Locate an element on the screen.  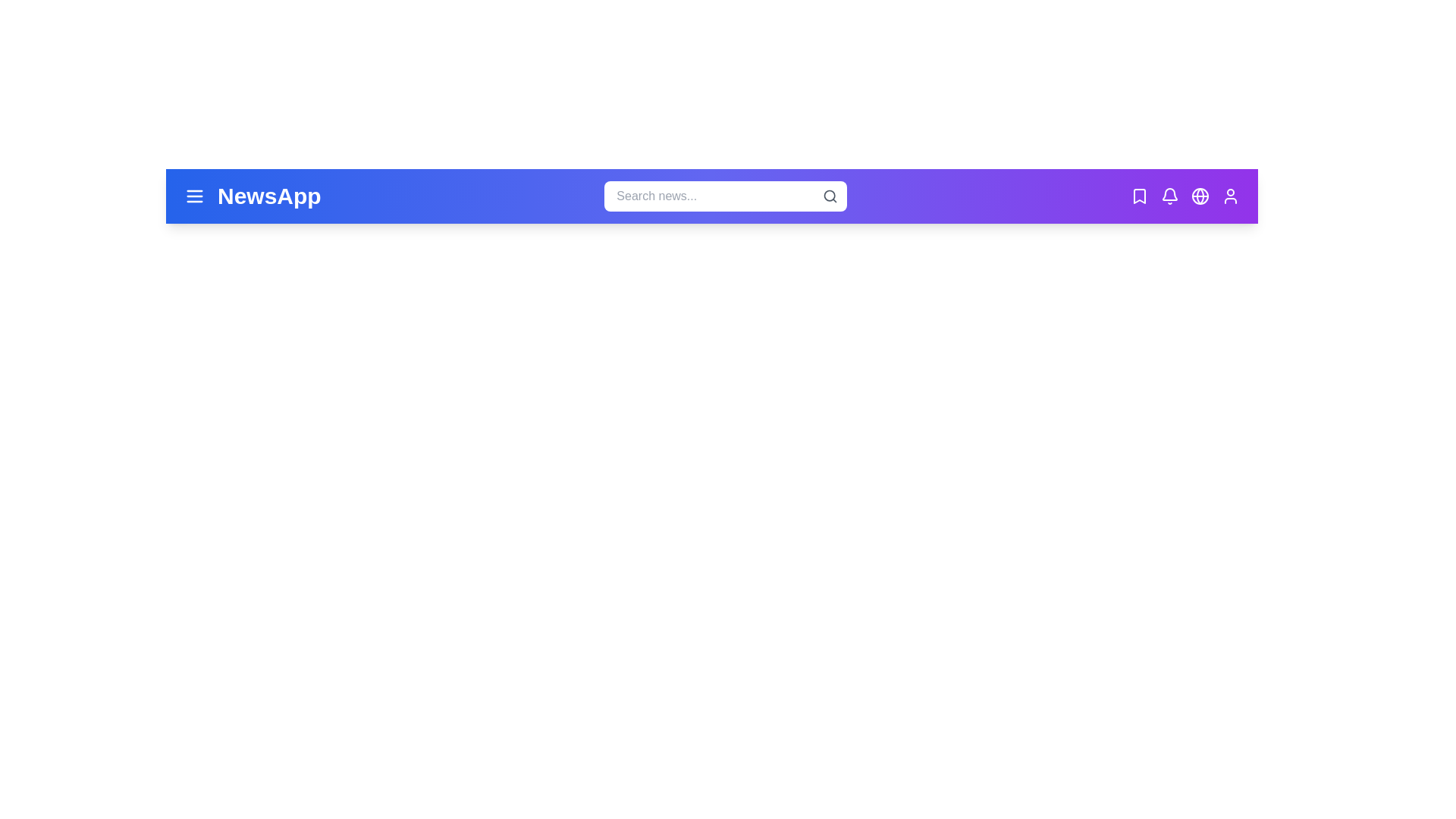
the bookmark icon to access bookmarks is located at coordinates (1139, 195).